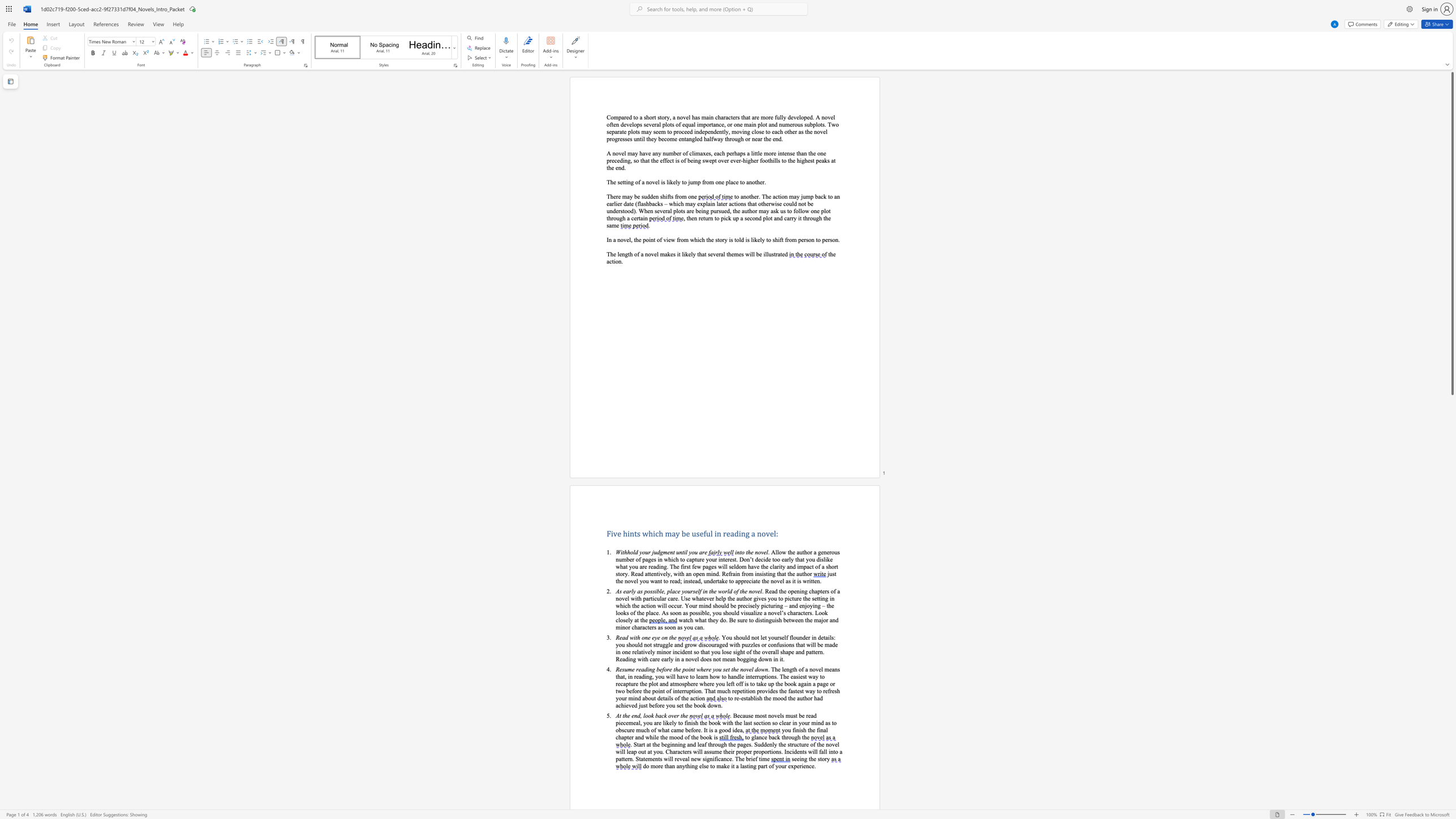 This screenshot has width=1456, height=819. Describe the element at coordinates (713, 759) in the screenshot. I see `the 3th character "i" in the text` at that location.